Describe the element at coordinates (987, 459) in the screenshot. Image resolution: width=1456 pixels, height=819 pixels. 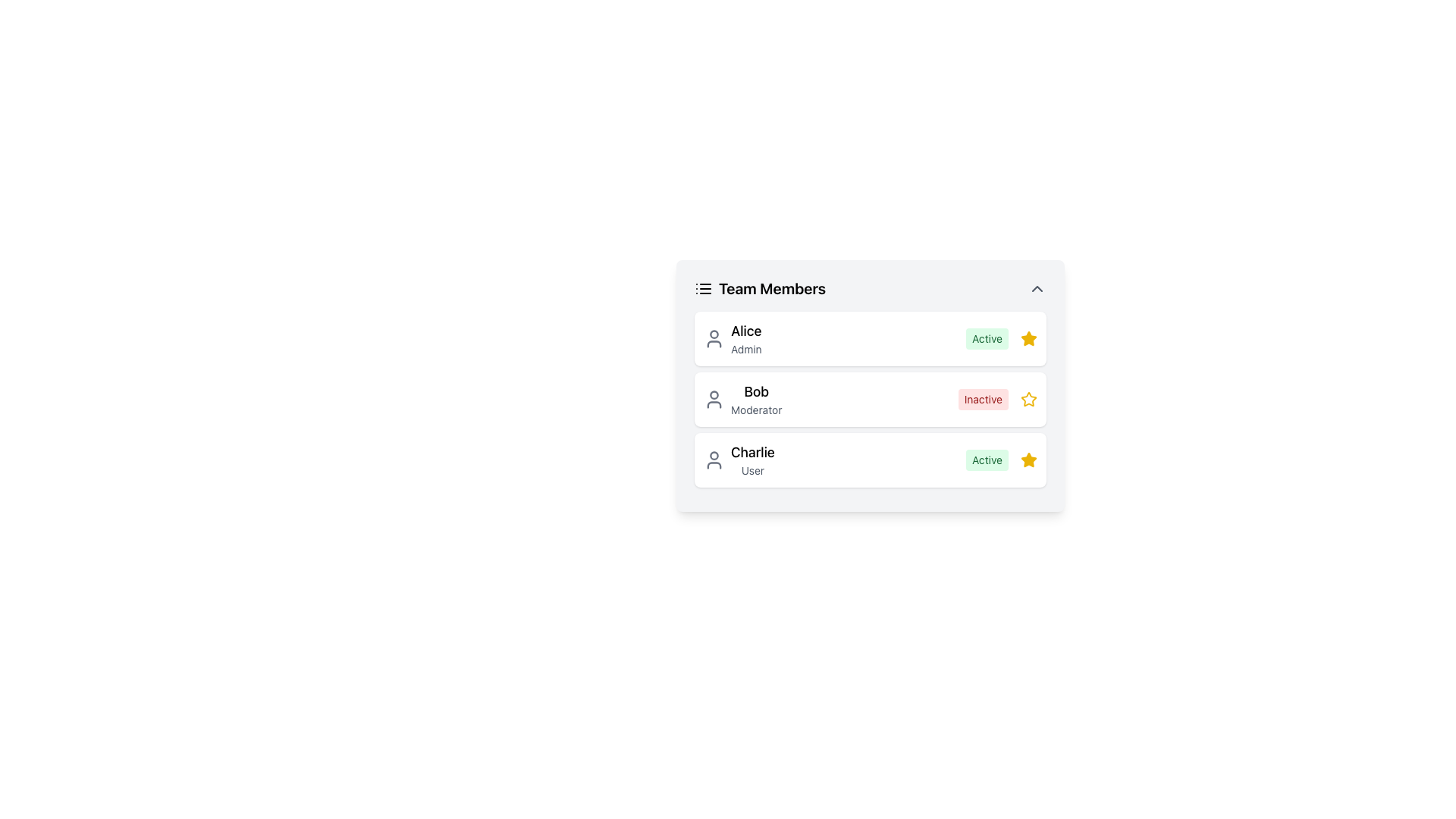
I see `the text displayed on the 'Active' badge located in the third row of the 'Team Members' card adjacent to 'Charlie'` at that location.